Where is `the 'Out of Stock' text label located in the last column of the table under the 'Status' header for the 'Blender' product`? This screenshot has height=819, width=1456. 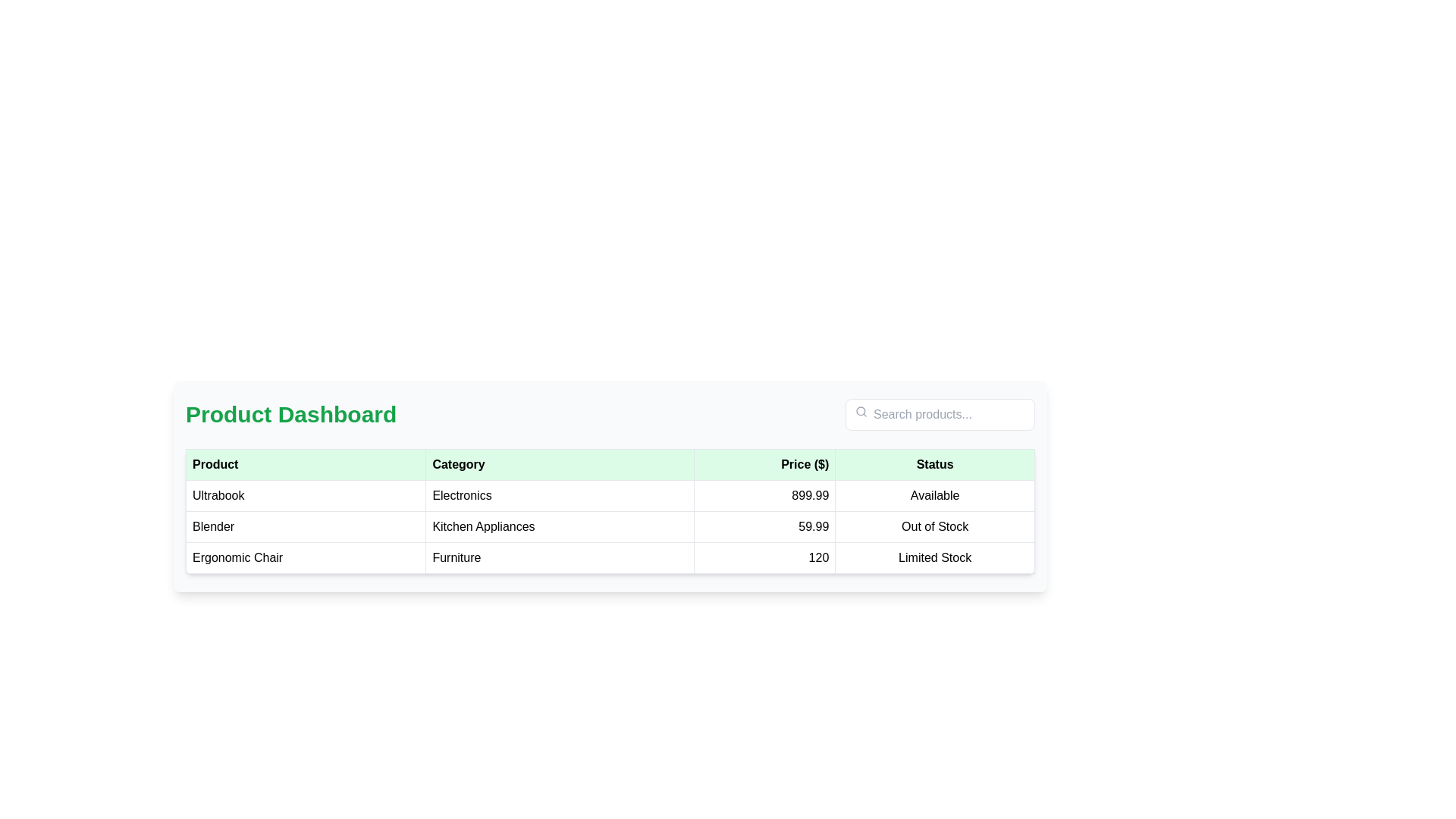
the 'Out of Stock' text label located in the last column of the table under the 'Status' header for the 'Blender' product is located at coordinates (934, 526).